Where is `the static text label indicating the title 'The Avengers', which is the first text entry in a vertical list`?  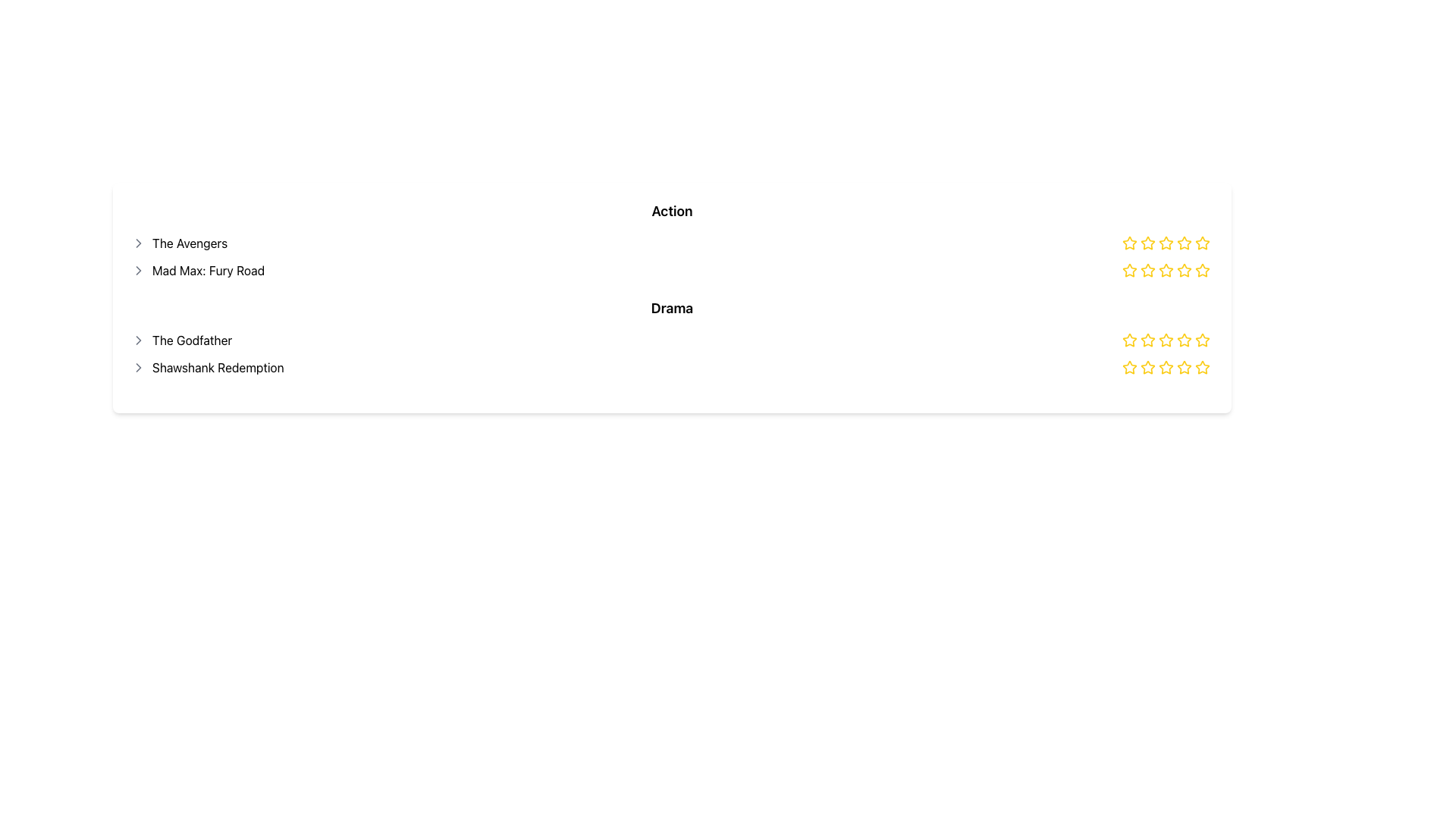 the static text label indicating the title 'The Avengers', which is the first text entry in a vertical list is located at coordinates (189, 242).